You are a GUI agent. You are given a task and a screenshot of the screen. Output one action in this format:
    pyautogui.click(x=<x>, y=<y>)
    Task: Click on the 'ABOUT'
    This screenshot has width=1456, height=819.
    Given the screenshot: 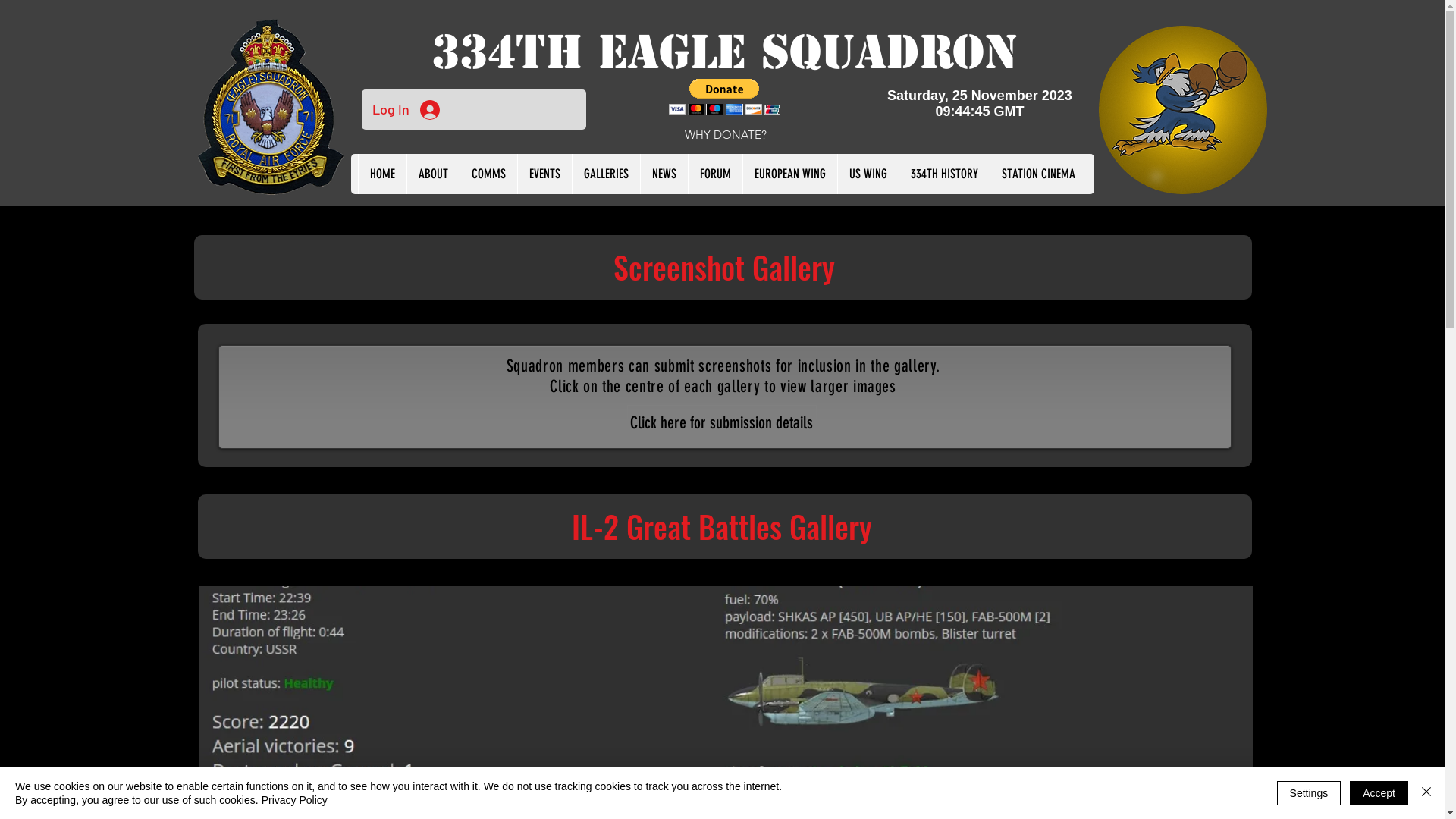 What is the action you would take?
    pyautogui.click(x=432, y=173)
    